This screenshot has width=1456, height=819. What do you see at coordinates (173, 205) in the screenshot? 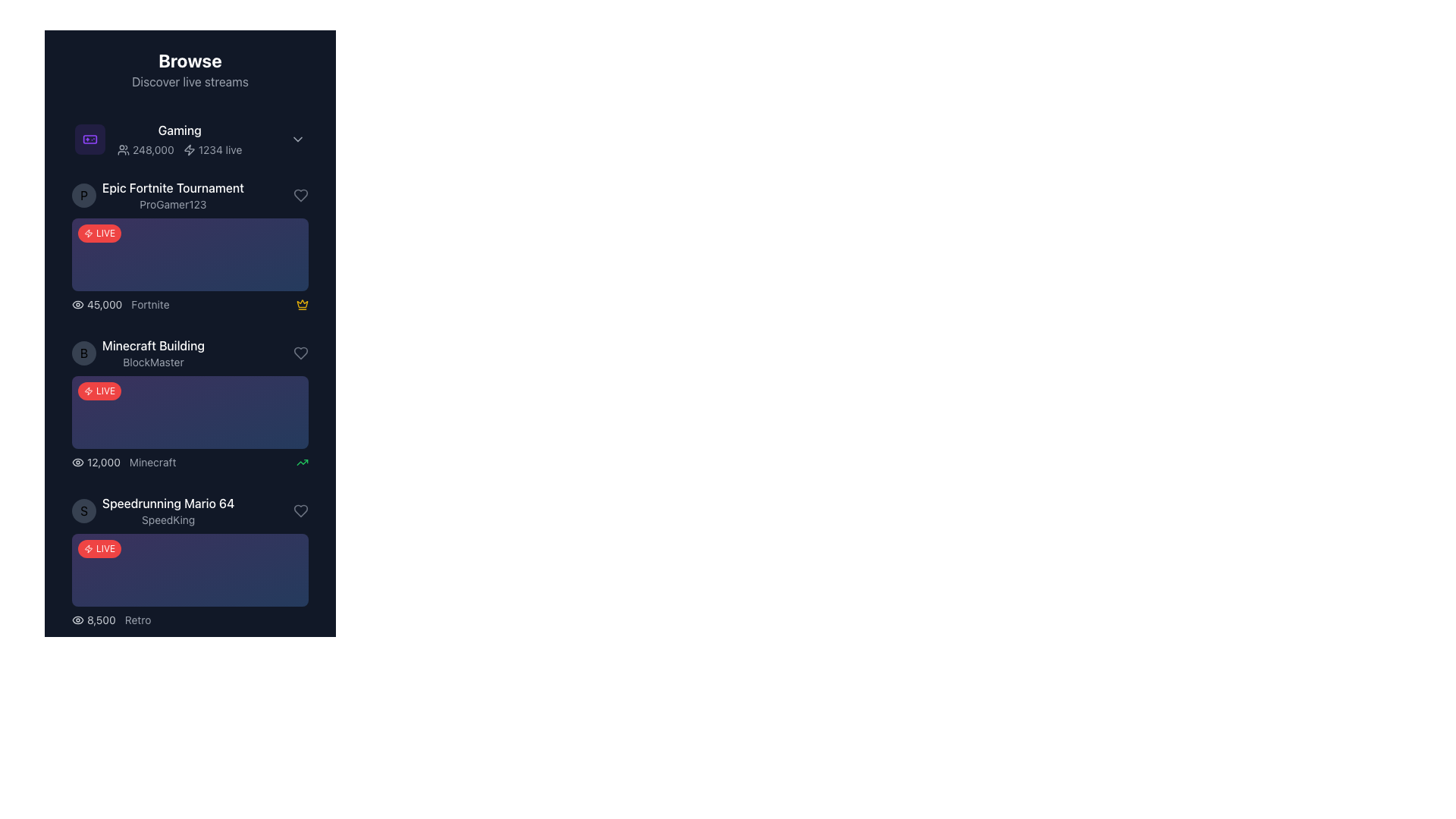
I see `the text label displaying the username 'ProGamer123', which is a small gray italicized font located below the bold white text 'Epic Fortnite Tournament'` at bounding box center [173, 205].